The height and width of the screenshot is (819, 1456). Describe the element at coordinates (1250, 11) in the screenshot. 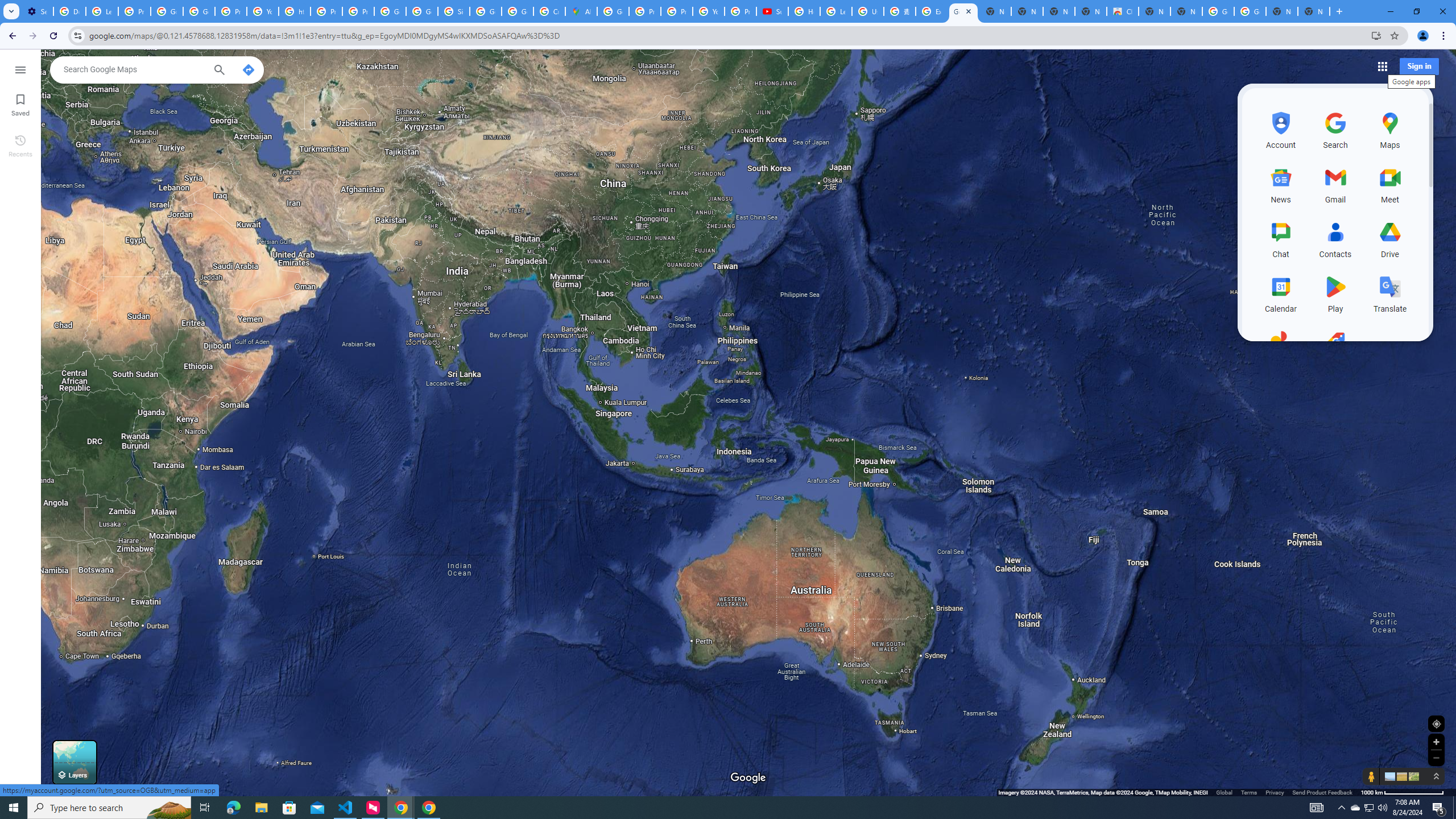

I see `'Google Images'` at that location.